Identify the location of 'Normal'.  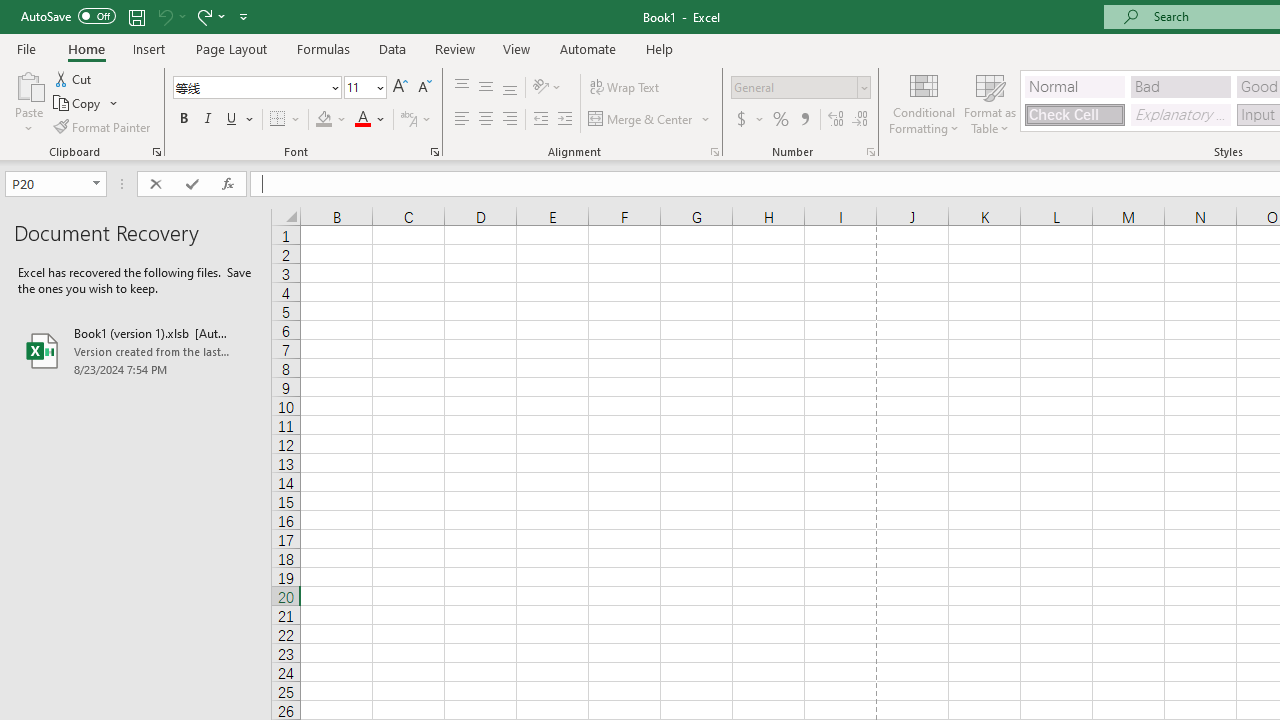
(1073, 85).